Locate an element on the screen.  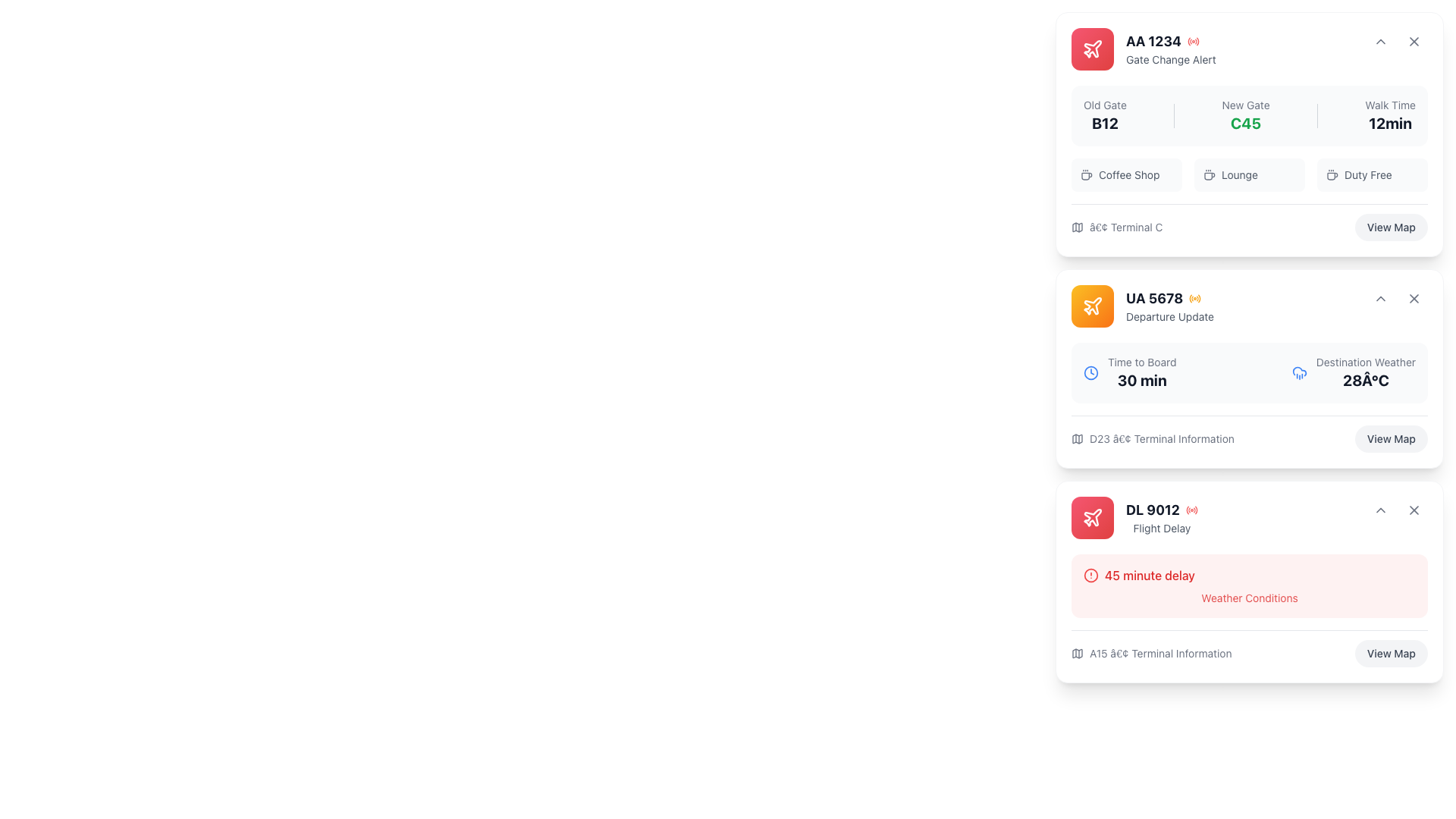
the chevron icon in the top-right corner of the flight information card for 'DL 9012' is located at coordinates (1380, 510).